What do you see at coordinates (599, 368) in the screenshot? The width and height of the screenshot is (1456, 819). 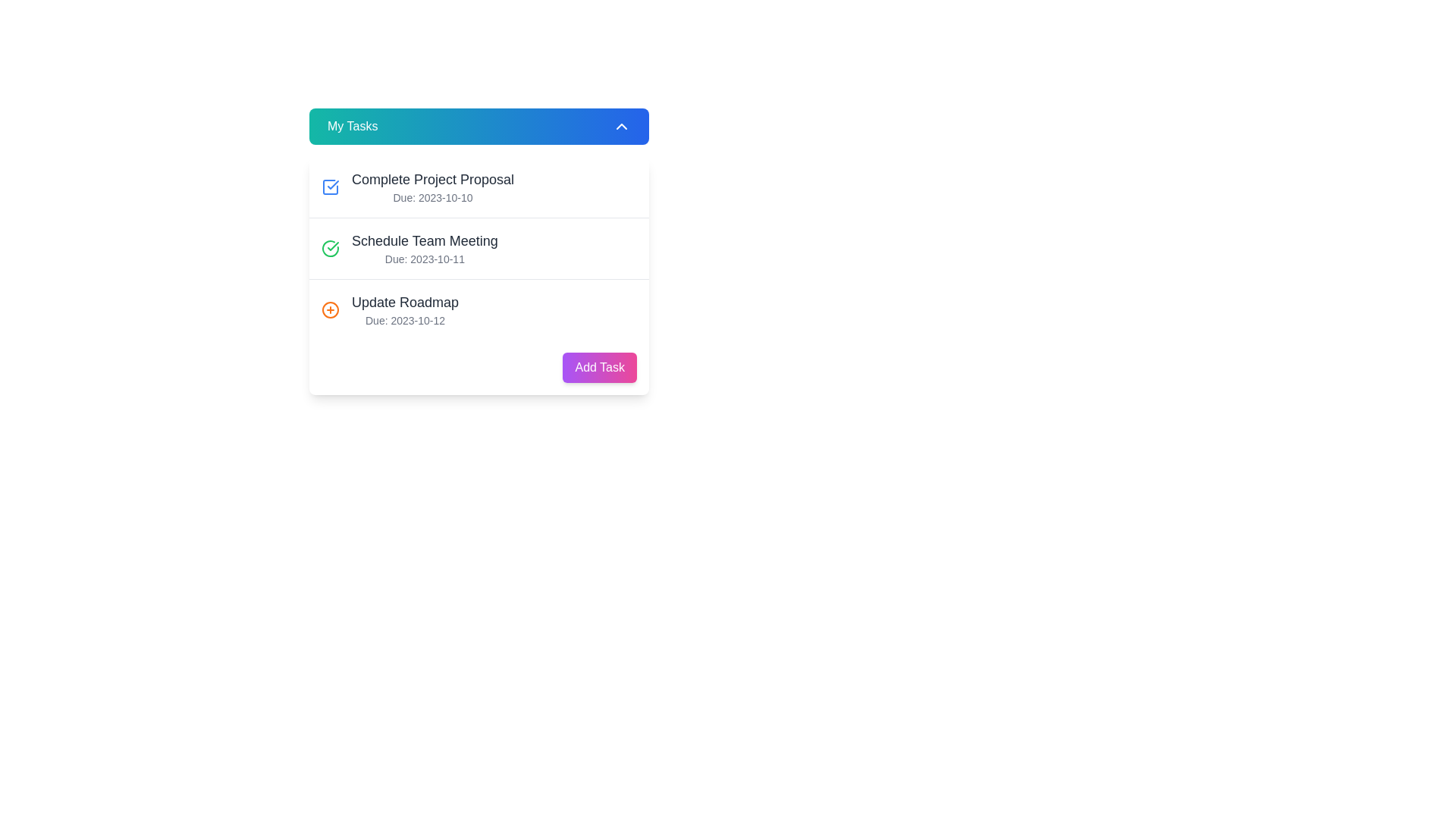 I see `the button located at the bottom right of the task list section to observe a style change` at bounding box center [599, 368].